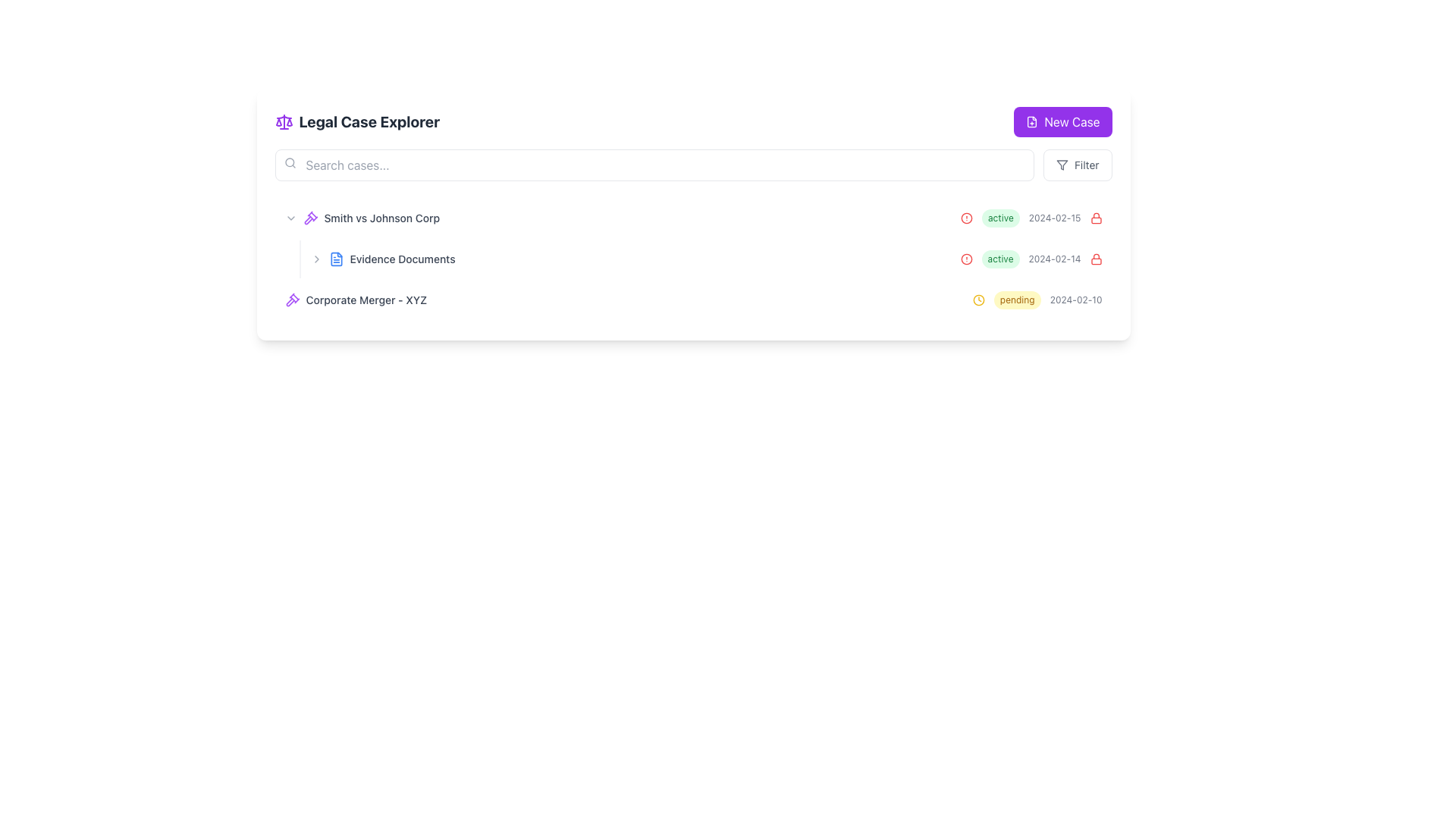 The width and height of the screenshot is (1456, 819). Describe the element at coordinates (1054, 259) in the screenshot. I see `the date label '2024-02-14' which is aligned to the right of a highlighted row containing status and interactive icons, located in the second row of a vertical list` at that location.